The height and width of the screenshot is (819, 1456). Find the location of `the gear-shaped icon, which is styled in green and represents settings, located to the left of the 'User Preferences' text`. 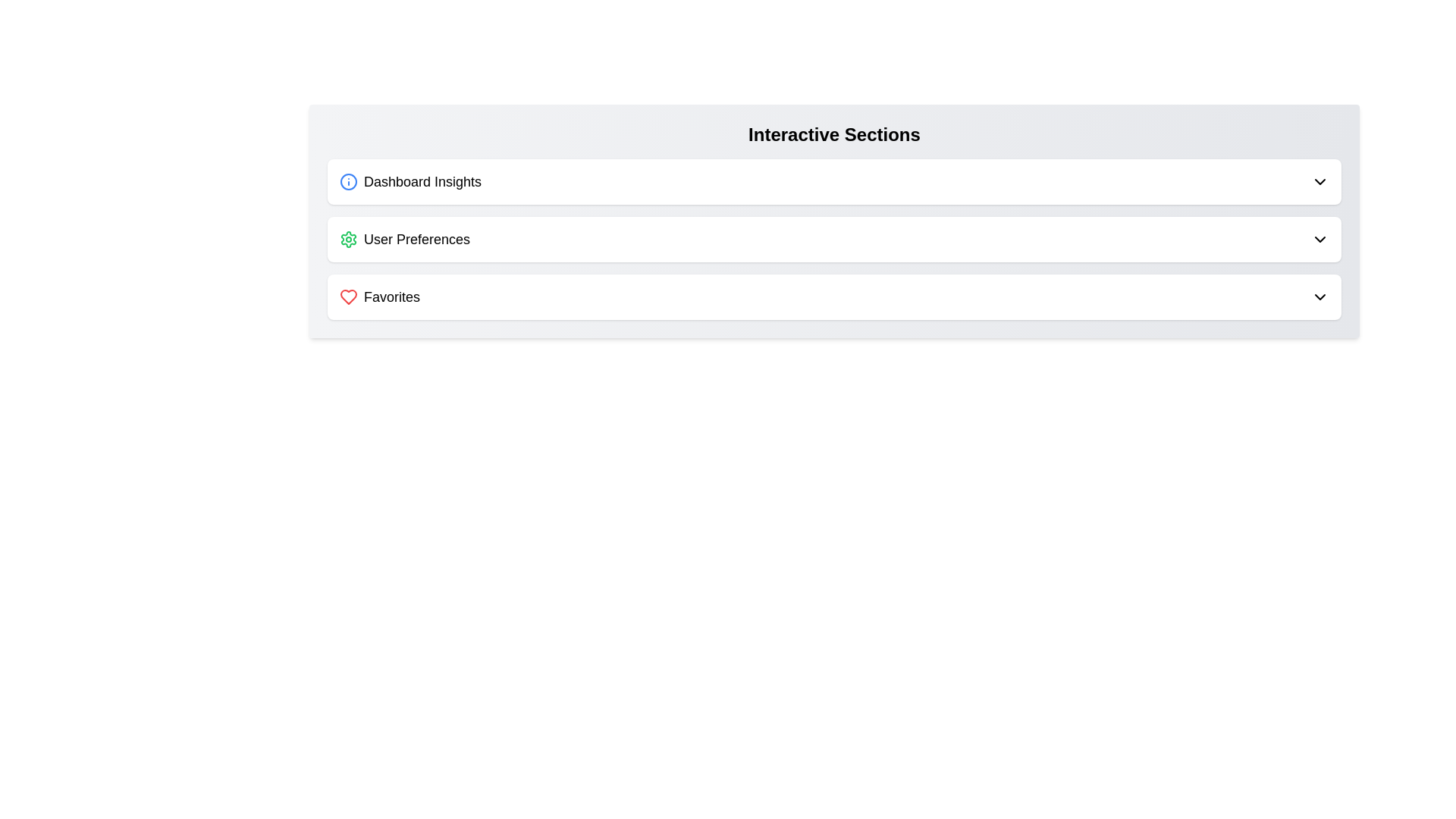

the gear-shaped icon, which is styled in green and represents settings, located to the left of the 'User Preferences' text is located at coordinates (348, 239).